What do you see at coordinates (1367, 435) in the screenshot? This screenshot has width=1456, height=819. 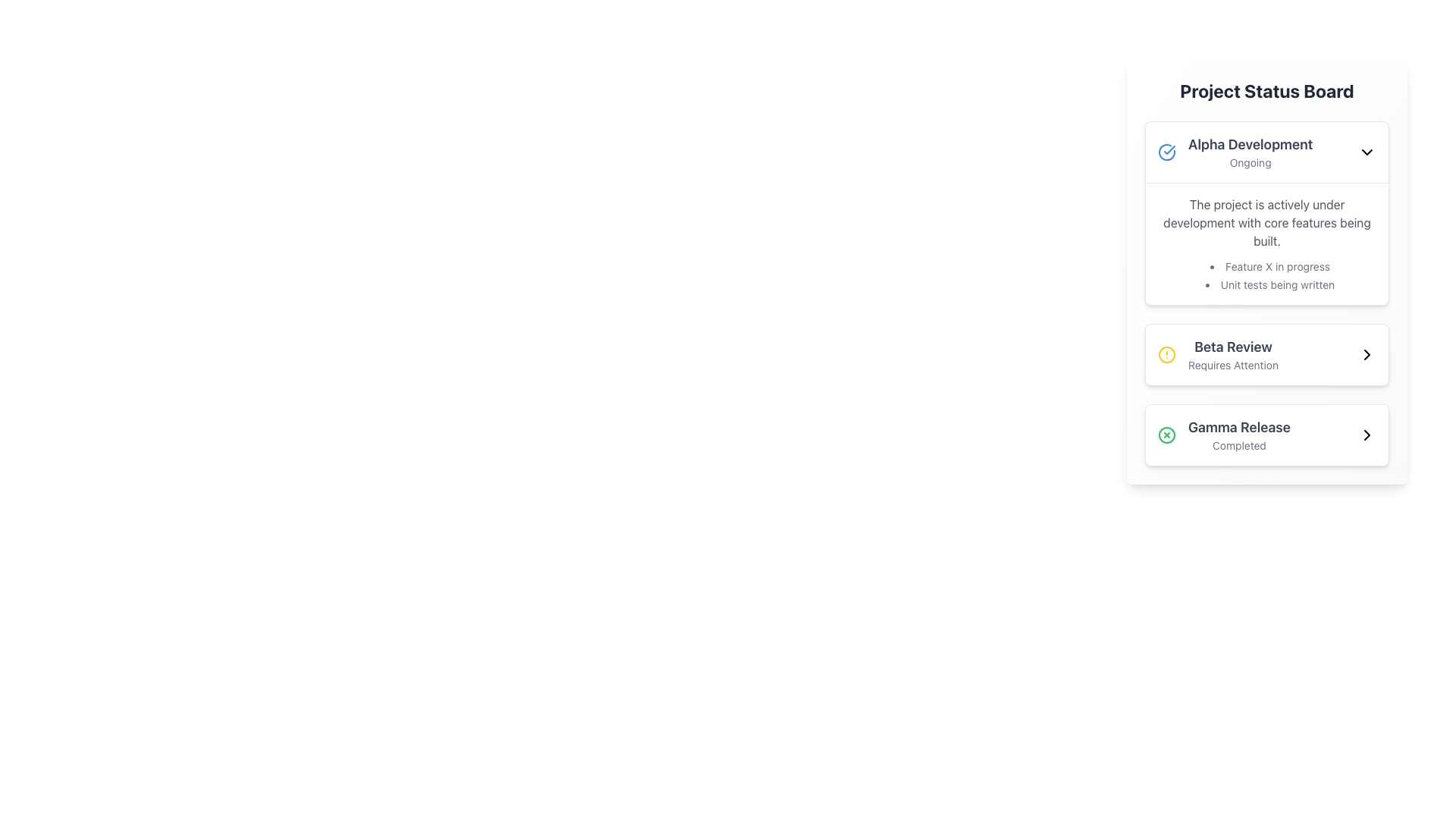 I see `the rightward-pointing chevron icon in the 'Gamma Release' section of the 'Project Status Board' for keyboard interaction` at bounding box center [1367, 435].